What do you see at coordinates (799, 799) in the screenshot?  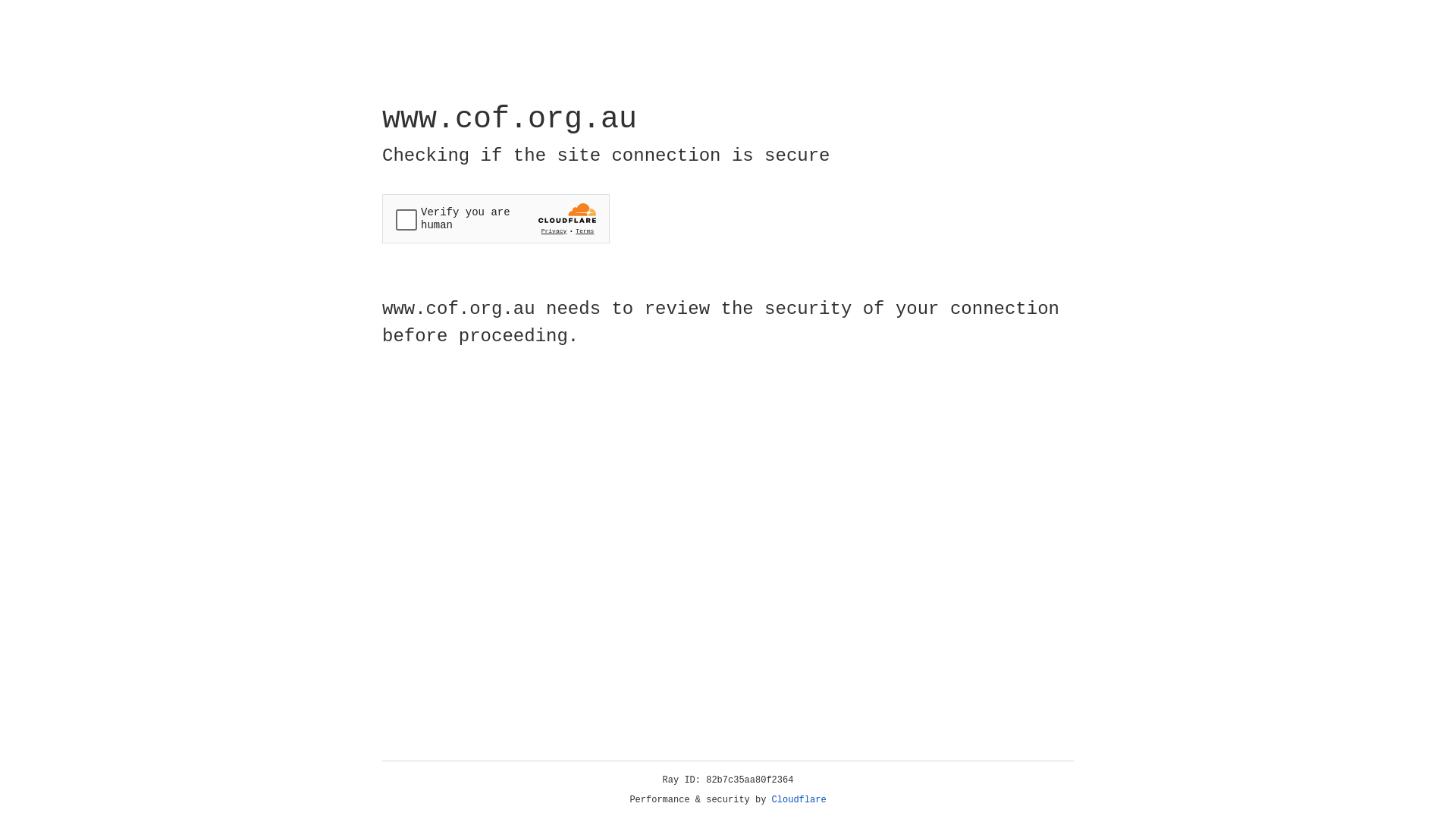 I see `'Cloudflare'` at bounding box center [799, 799].